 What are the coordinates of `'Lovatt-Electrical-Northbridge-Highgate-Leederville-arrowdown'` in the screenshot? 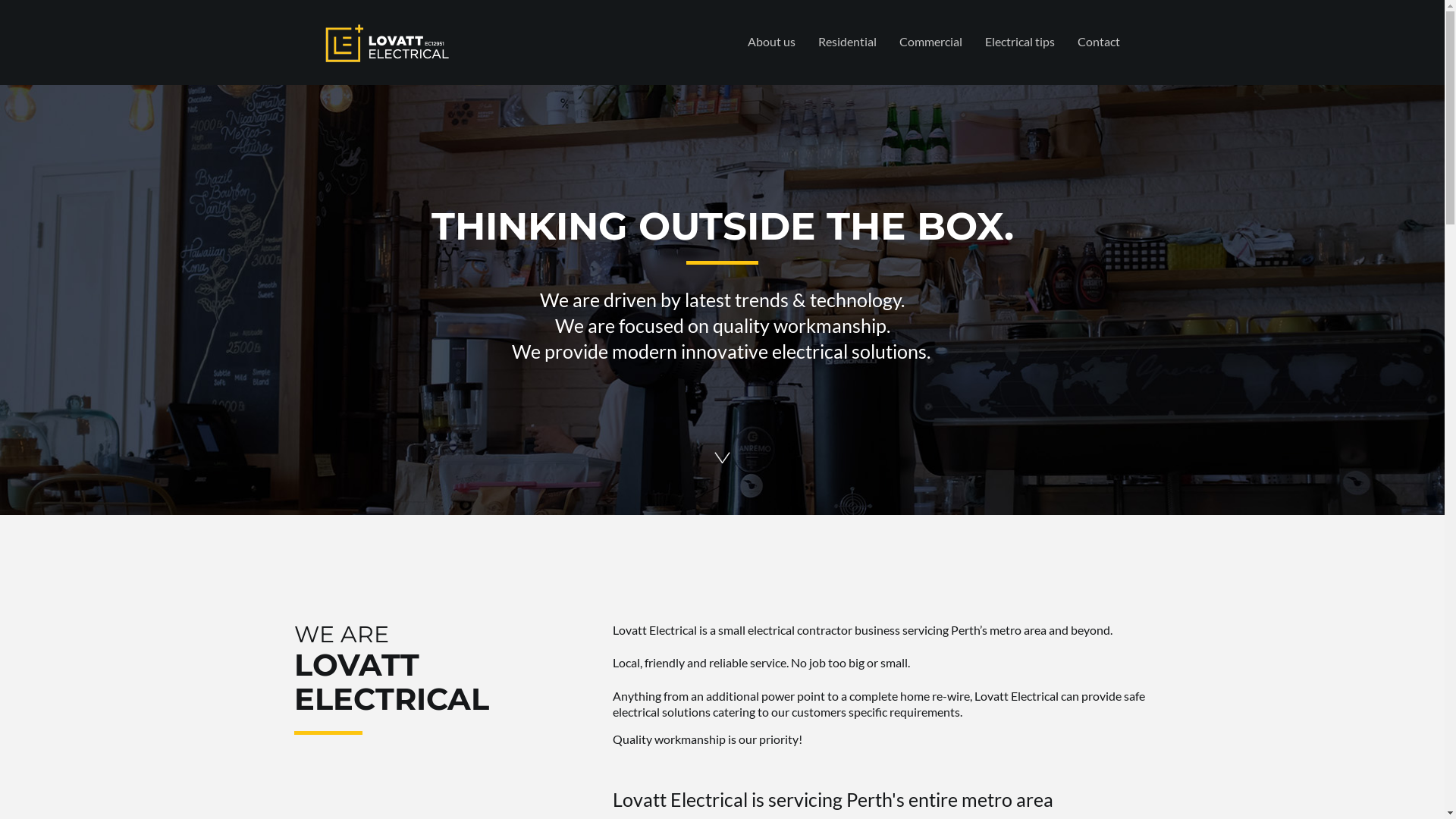 It's located at (709, 455).